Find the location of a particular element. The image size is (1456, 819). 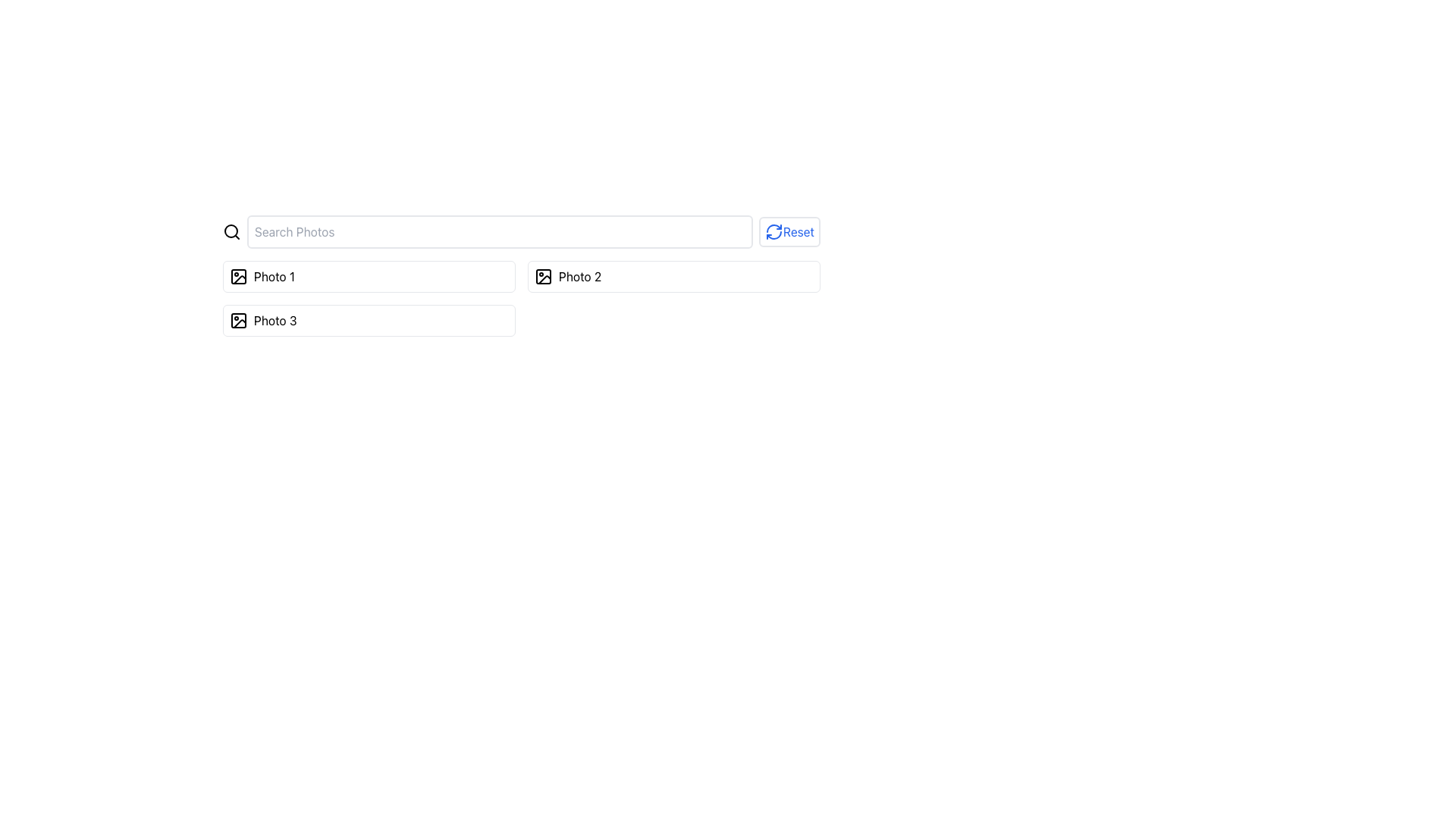

the upper-left rectangular element with rounded corners that resembles a placeholder within the larger icon graphic is located at coordinates (238, 320).